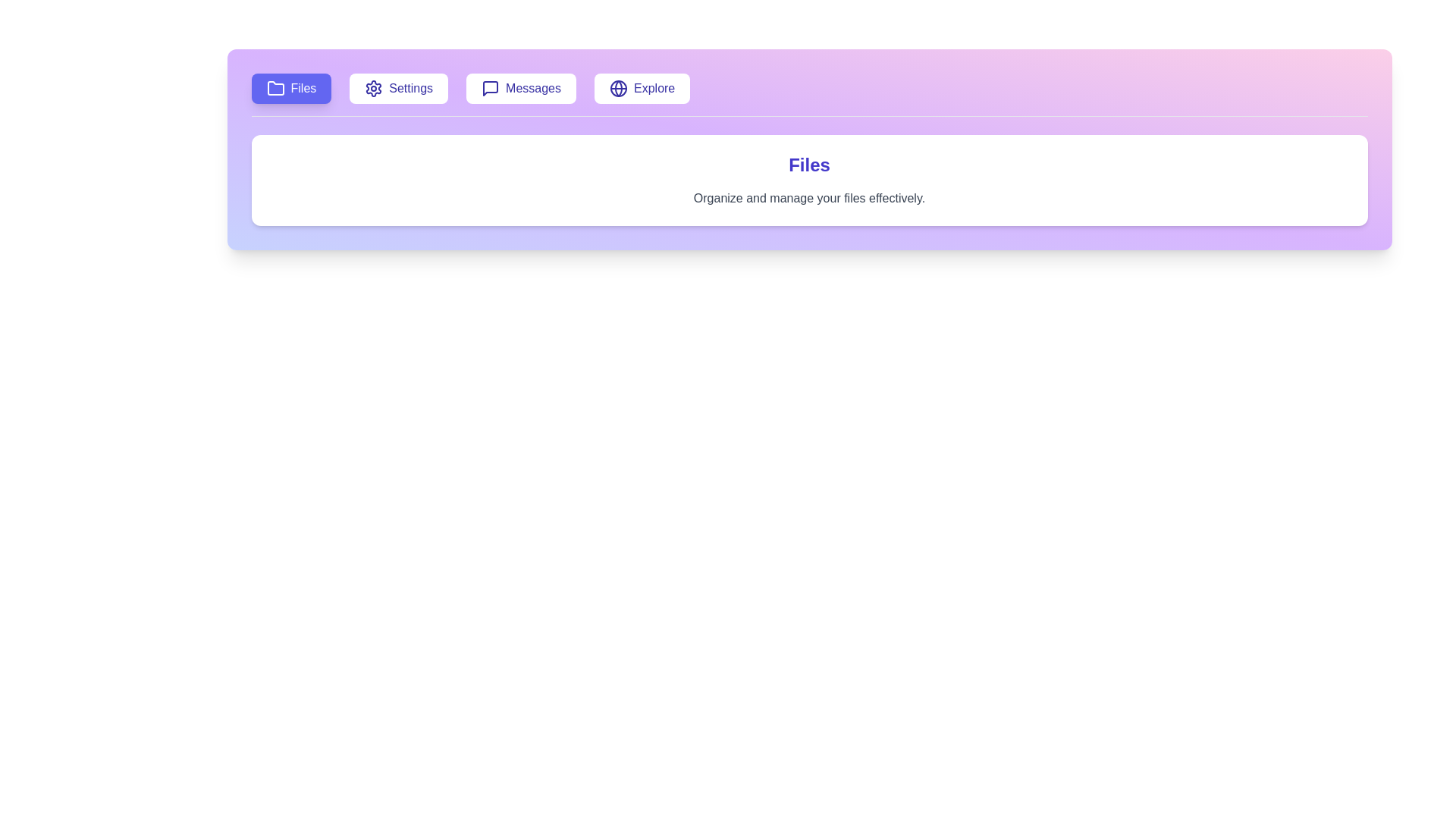 This screenshot has height=819, width=1456. What do you see at coordinates (642, 88) in the screenshot?
I see `the tab labeled Explore` at bounding box center [642, 88].